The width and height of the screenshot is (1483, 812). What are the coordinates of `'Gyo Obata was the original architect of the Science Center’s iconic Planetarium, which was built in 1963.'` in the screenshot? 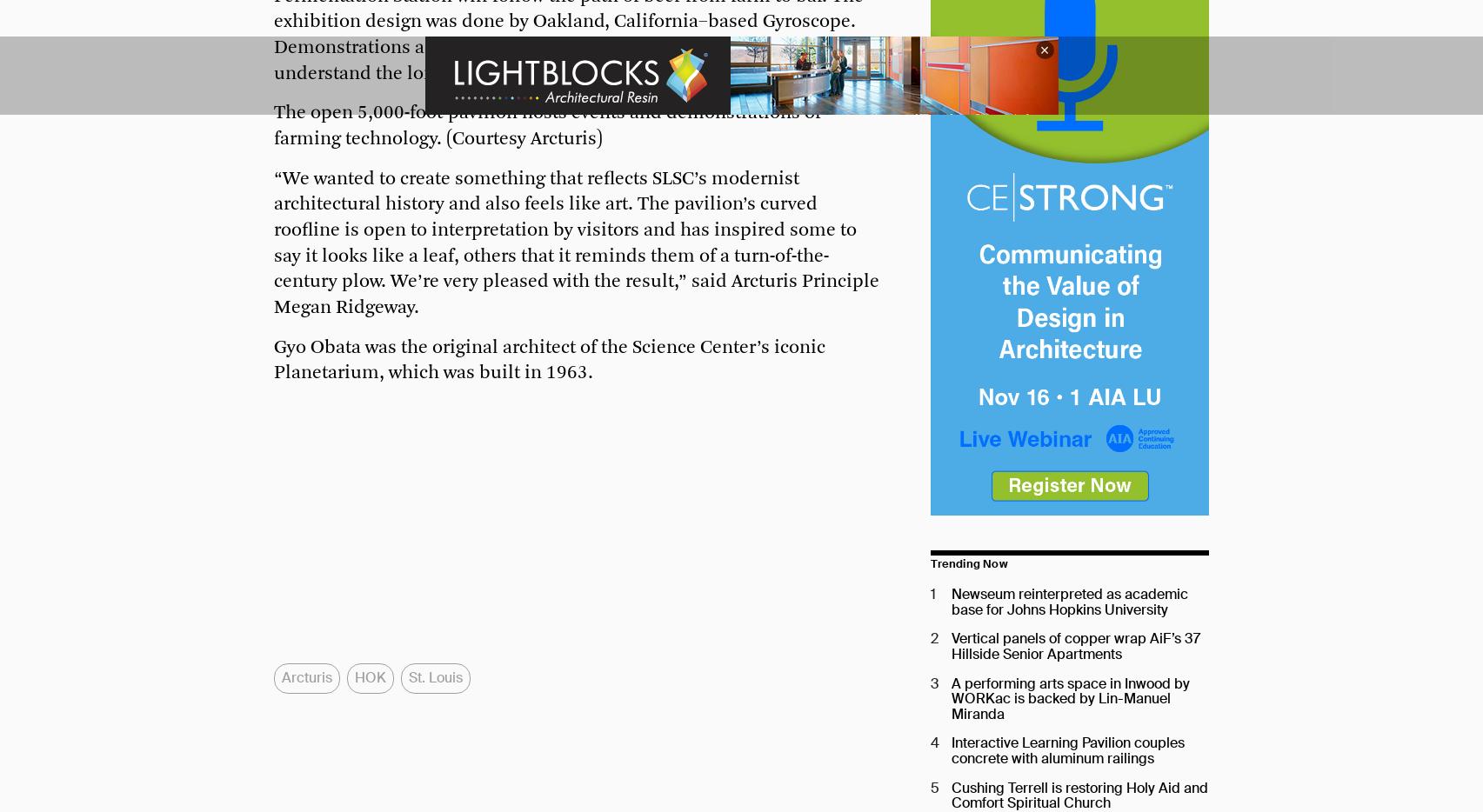 It's located at (549, 359).